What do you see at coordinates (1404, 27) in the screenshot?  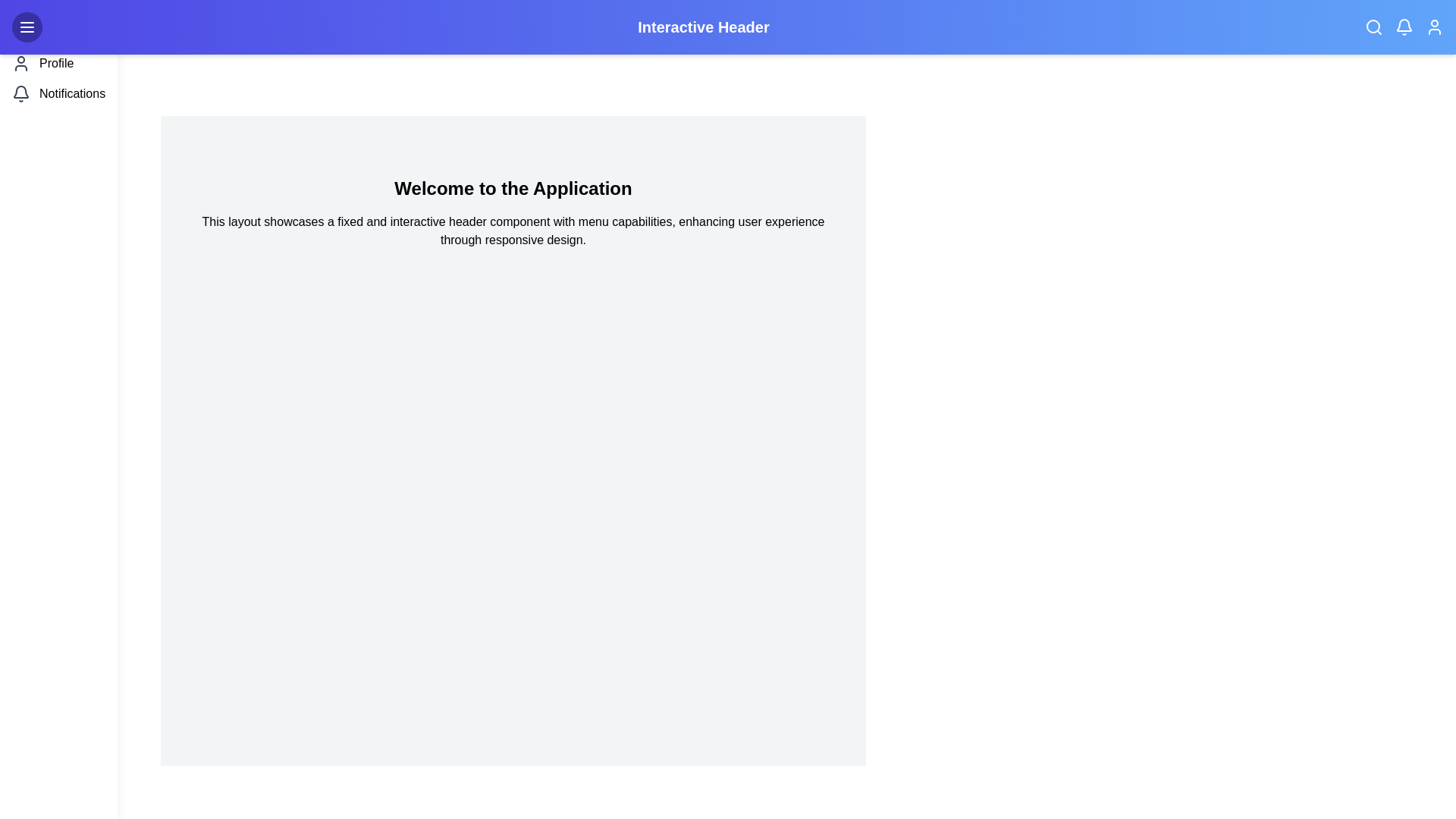 I see `the bell icon notification indicator, which is the third element in the group of icons at the top-right corner of the layout` at bounding box center [1404, 27].